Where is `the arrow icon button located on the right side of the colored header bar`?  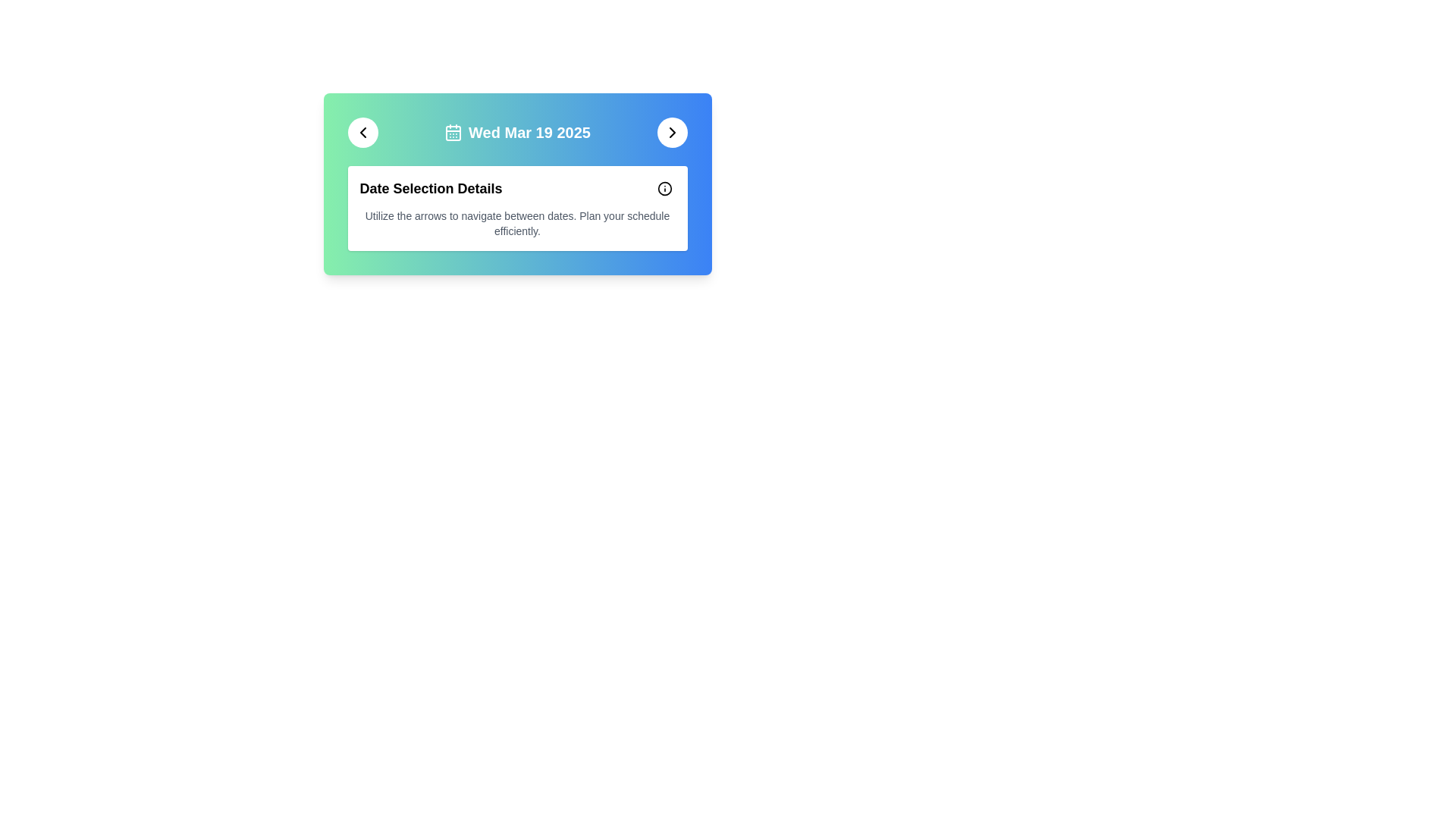
the arrow icon button located on the right side of the colored header bar is located at coordinates (671, 131).